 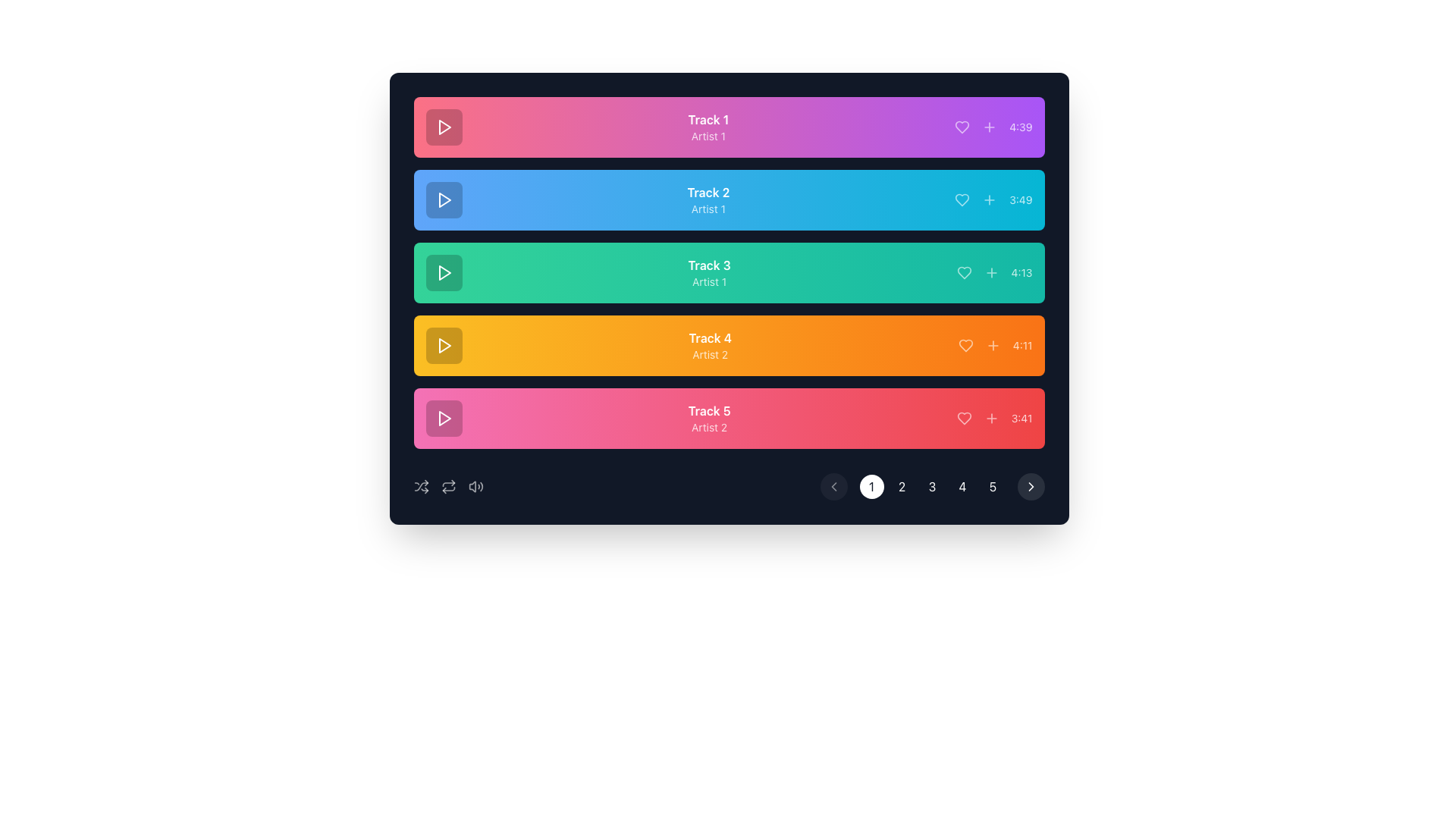 I want to click on the circular button with a black background and a white play triangle icon, located in the top-left portion of the second track entry in the playlist interface, so click(x=443, y=199).